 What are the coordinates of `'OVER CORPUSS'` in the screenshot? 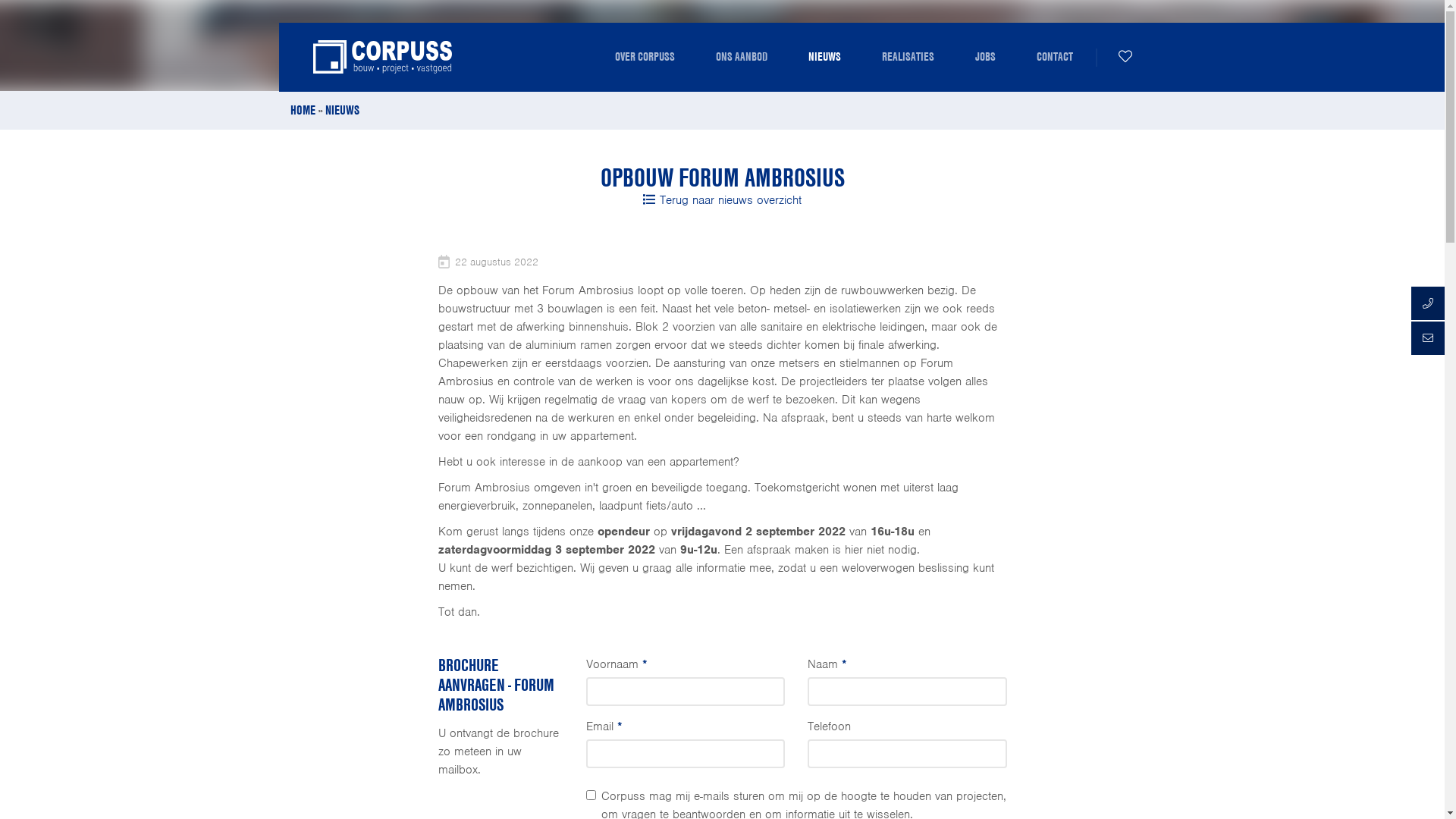 It's located at (603, 55).